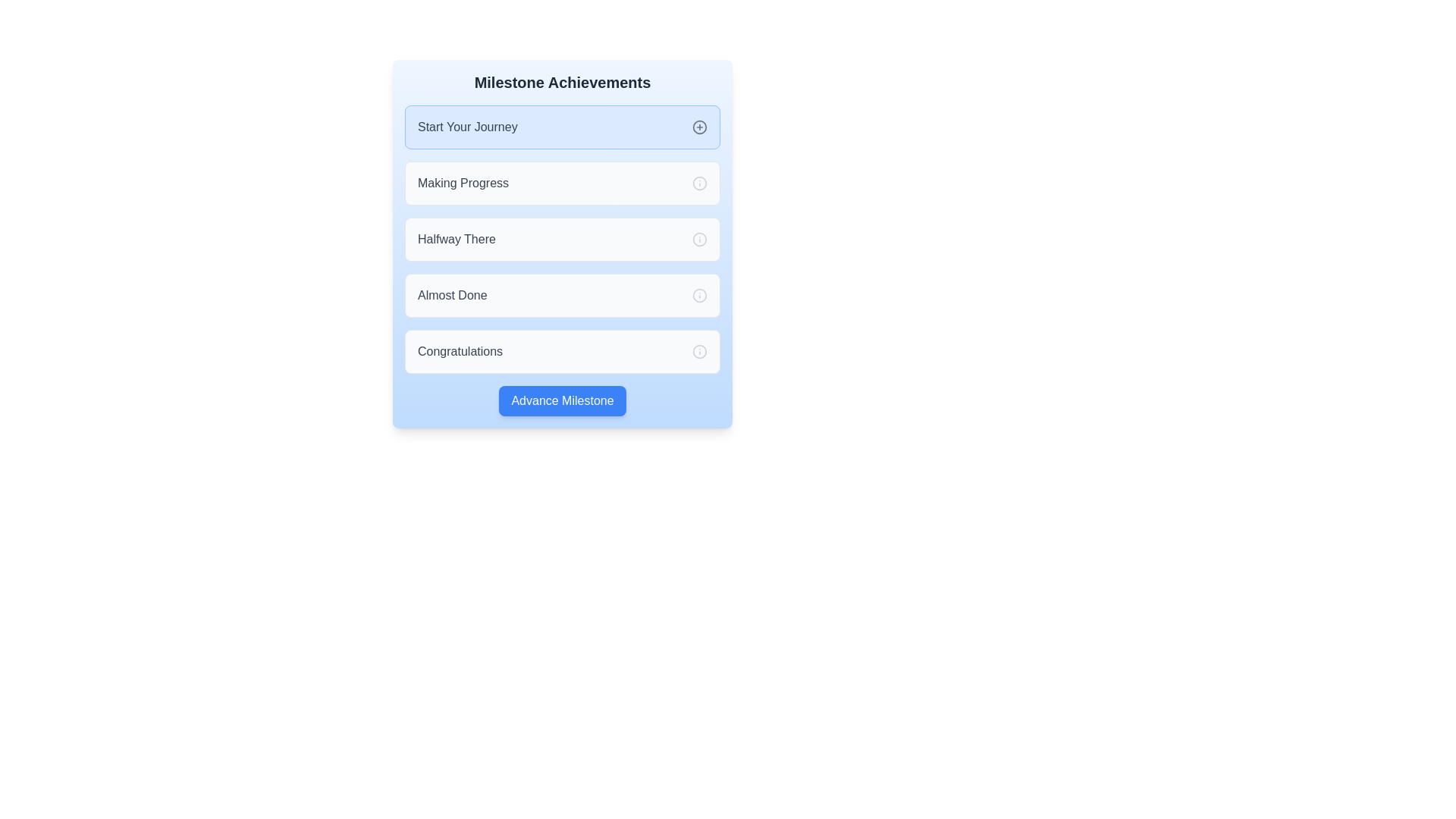 The image size is (1456, 819). Describe the element at coordinates (562, 243) in the screenshot. I see `the milestone item labeled 'Halfway There' in the 'Milestone Achievements' section` at that location.